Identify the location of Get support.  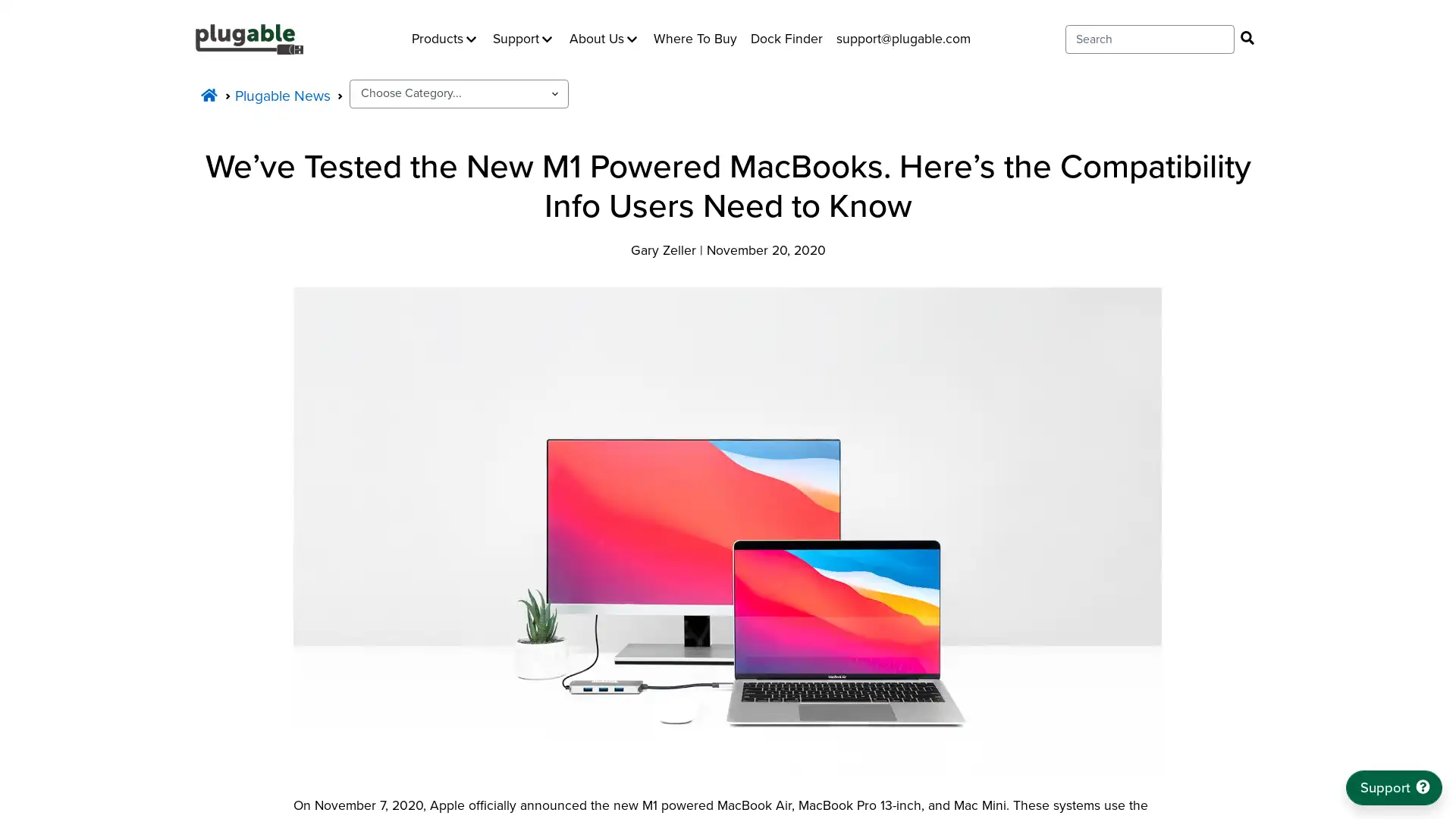
(1394, 786).